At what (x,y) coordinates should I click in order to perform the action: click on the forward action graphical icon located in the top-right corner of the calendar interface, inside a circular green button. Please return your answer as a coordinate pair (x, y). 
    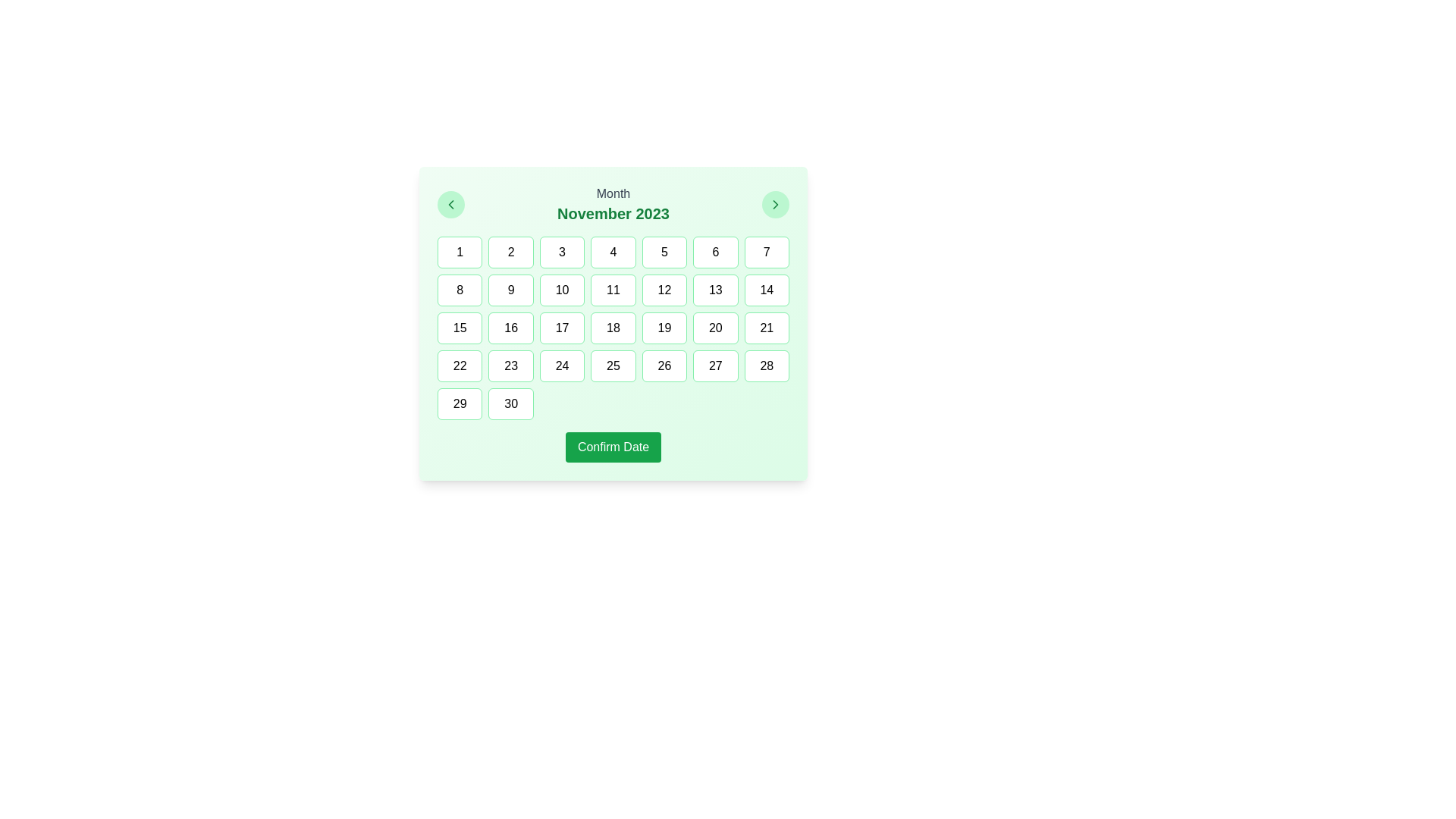
    Looking at the image, I should click on (775, 205).